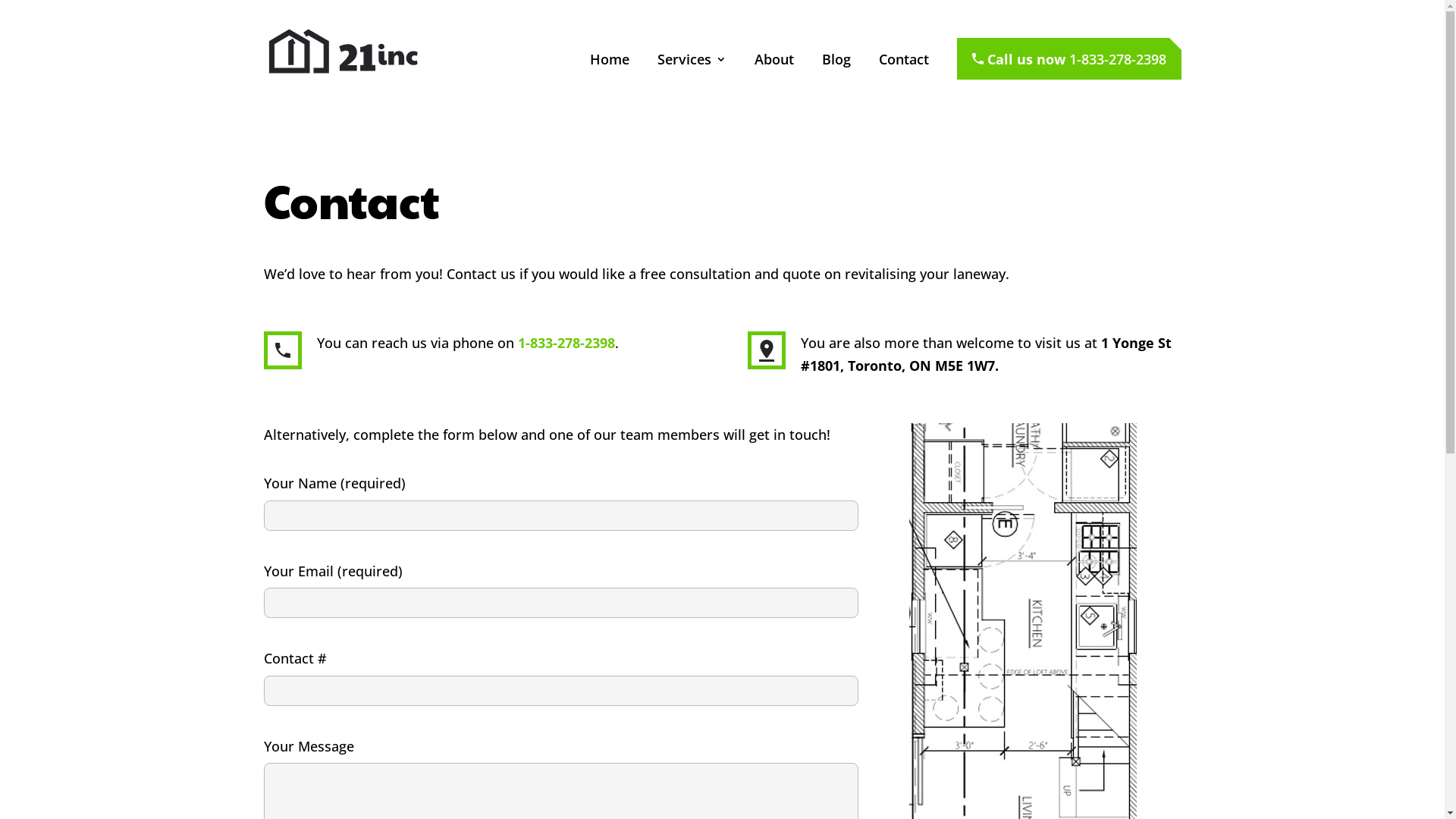 The width and height of the screenshot is (1456, 819). I want to click on 'Services', so click(690, 78).